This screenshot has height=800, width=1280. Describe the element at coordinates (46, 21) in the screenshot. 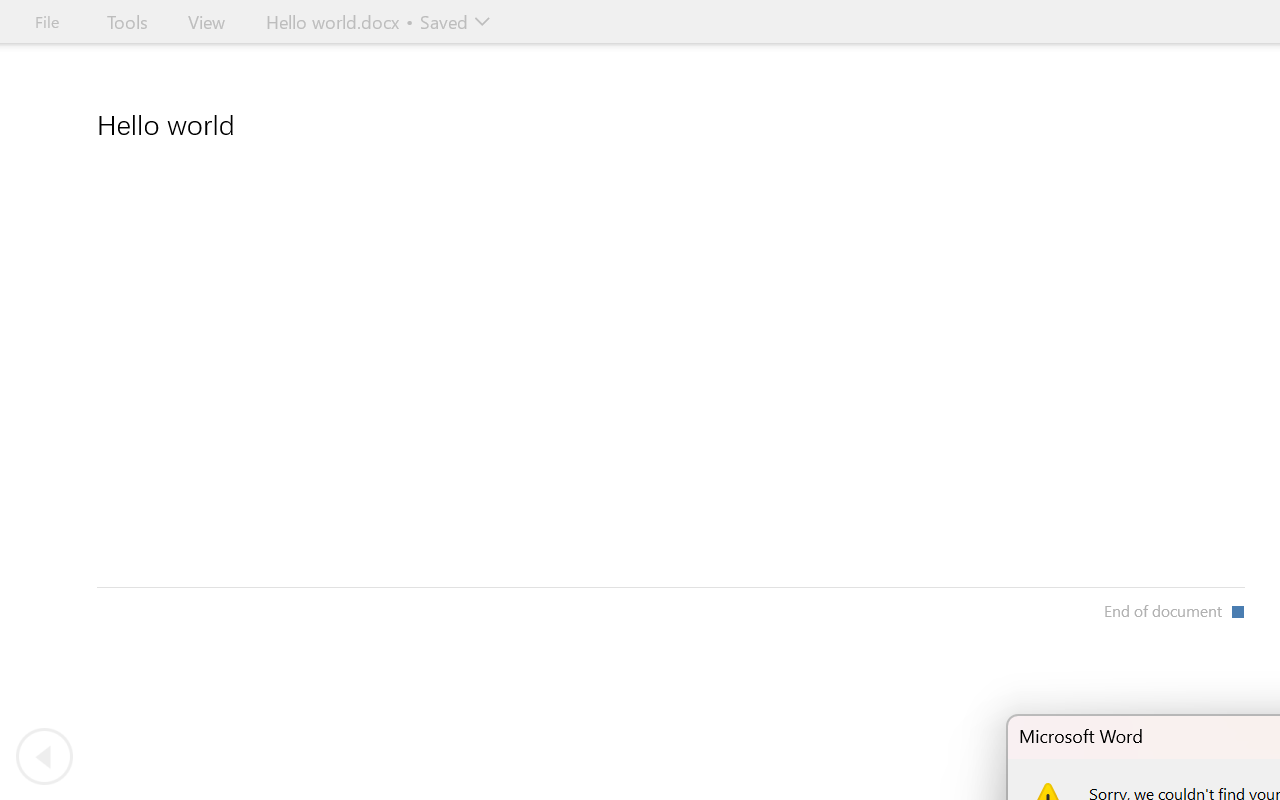

I see `'File Tab'` at that location.